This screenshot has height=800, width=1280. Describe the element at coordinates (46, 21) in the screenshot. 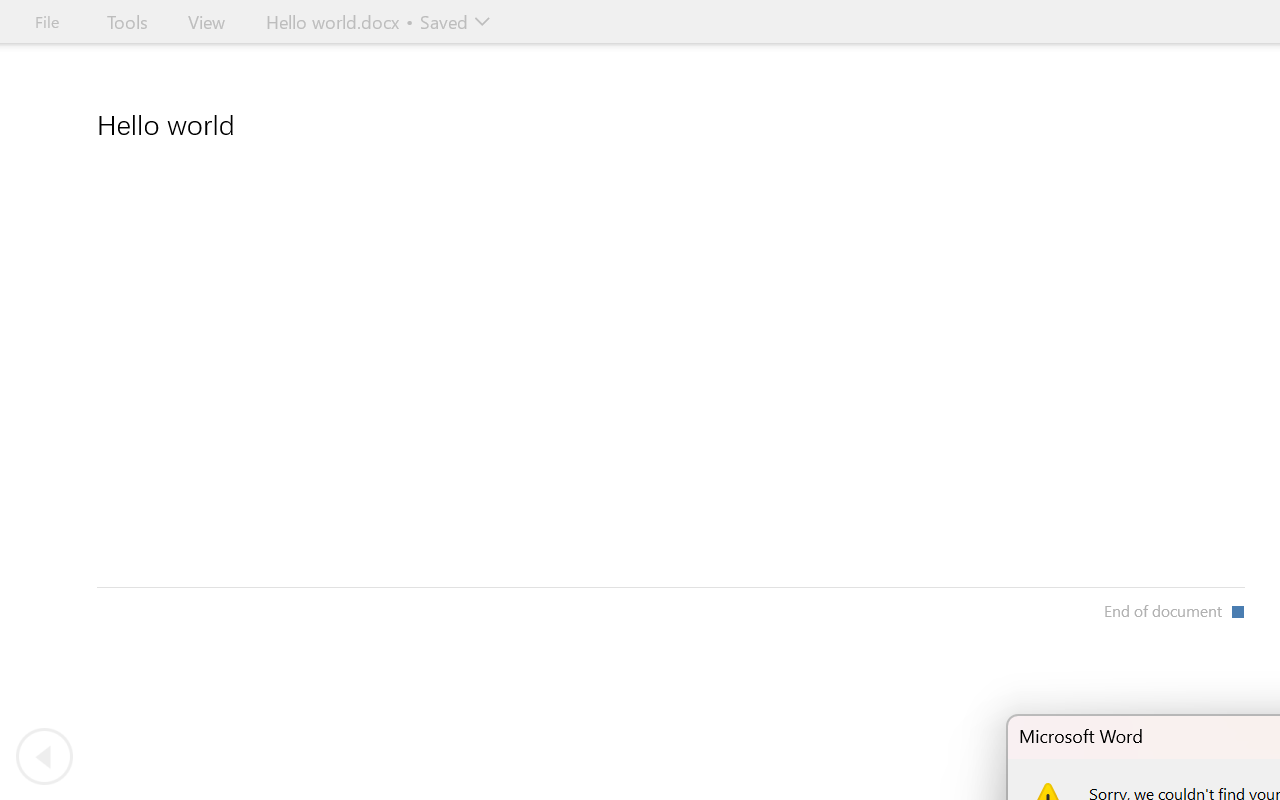

I see `'File Tab'` at that location.